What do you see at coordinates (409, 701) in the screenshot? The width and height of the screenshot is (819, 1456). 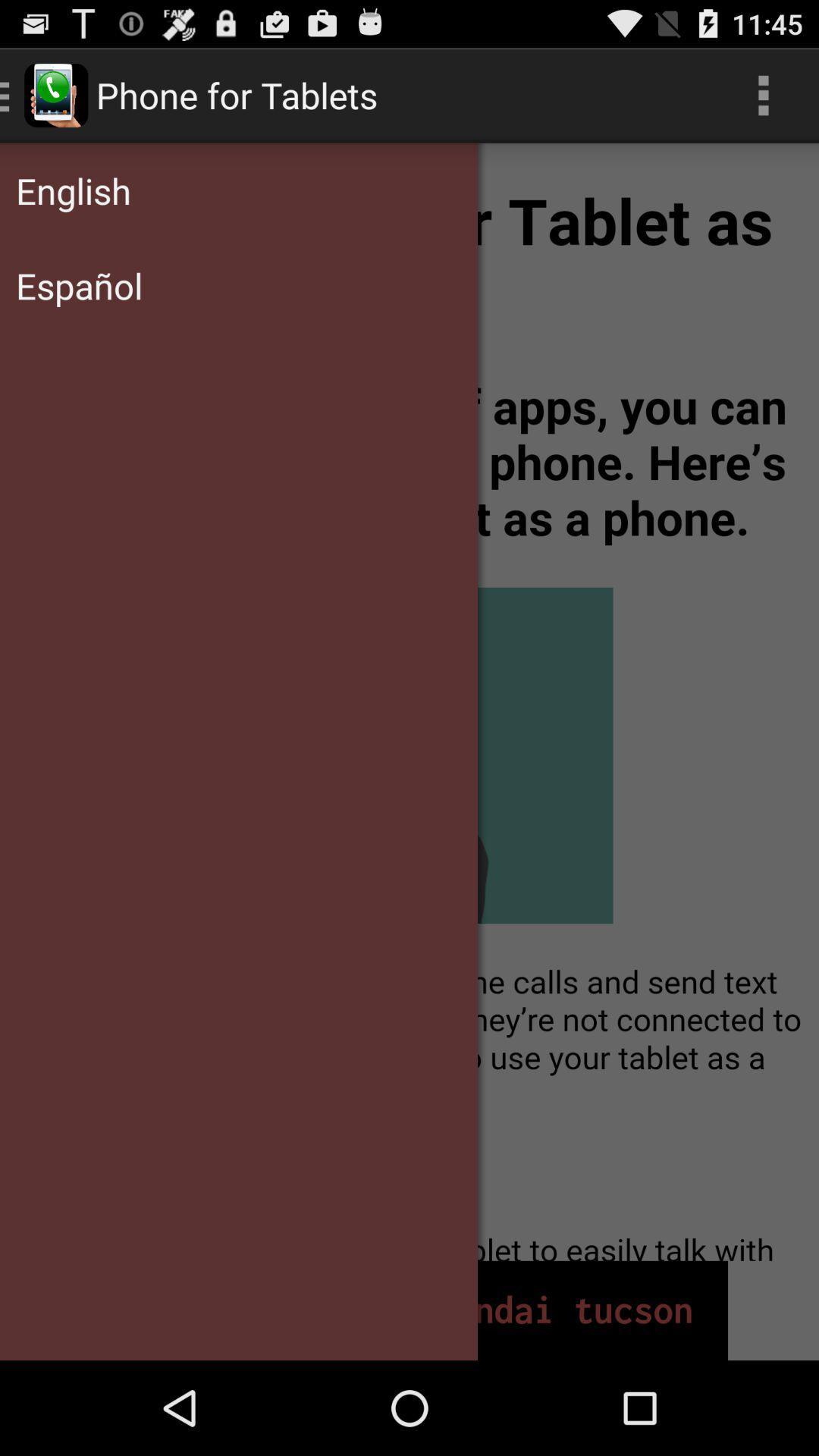 I see `english or spanish` at bounding box center [409, 701].